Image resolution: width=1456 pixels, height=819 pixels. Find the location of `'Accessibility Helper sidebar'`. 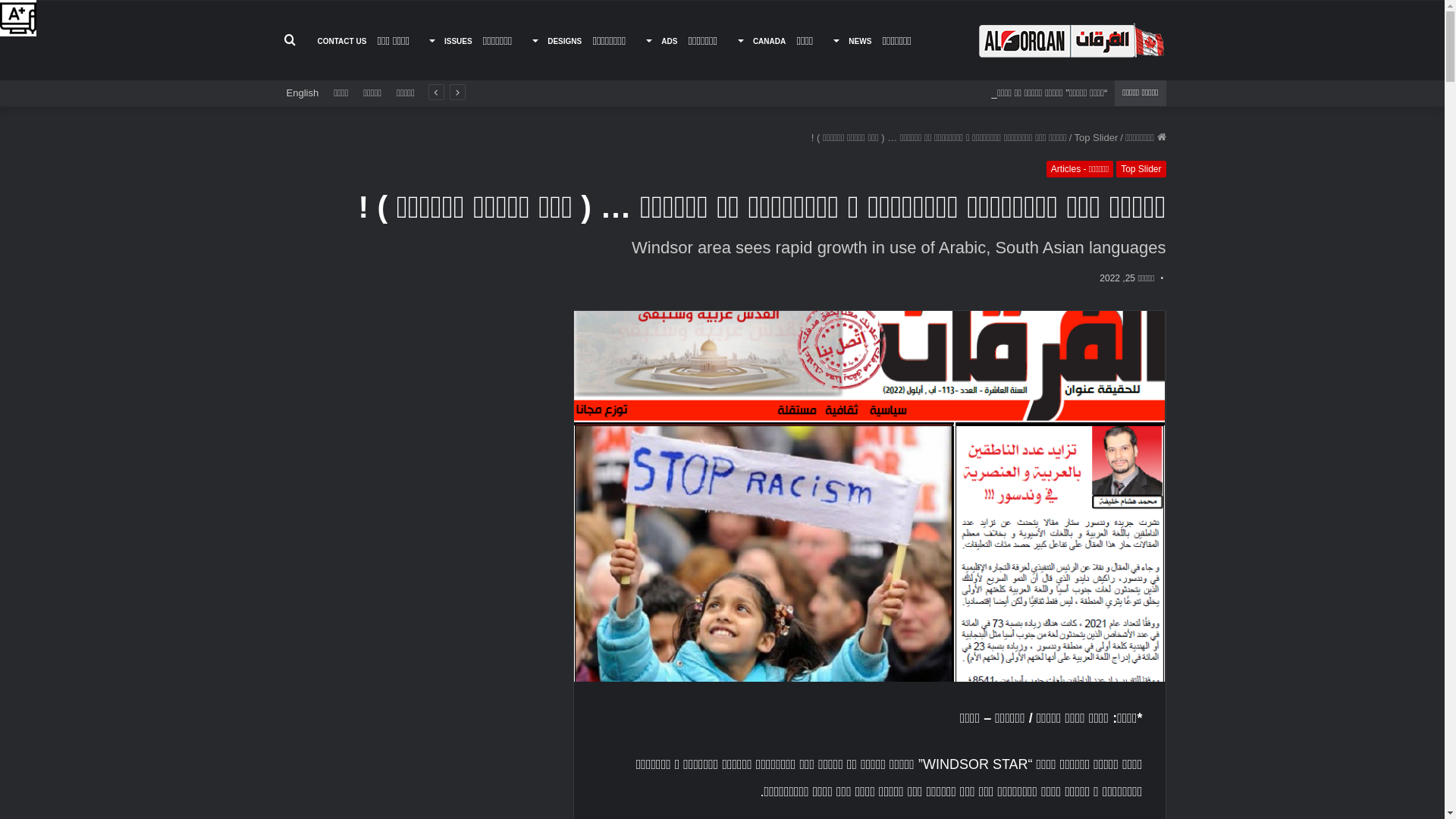

'Accessibility Helper sidebar' is located at coordinates (18, 17).